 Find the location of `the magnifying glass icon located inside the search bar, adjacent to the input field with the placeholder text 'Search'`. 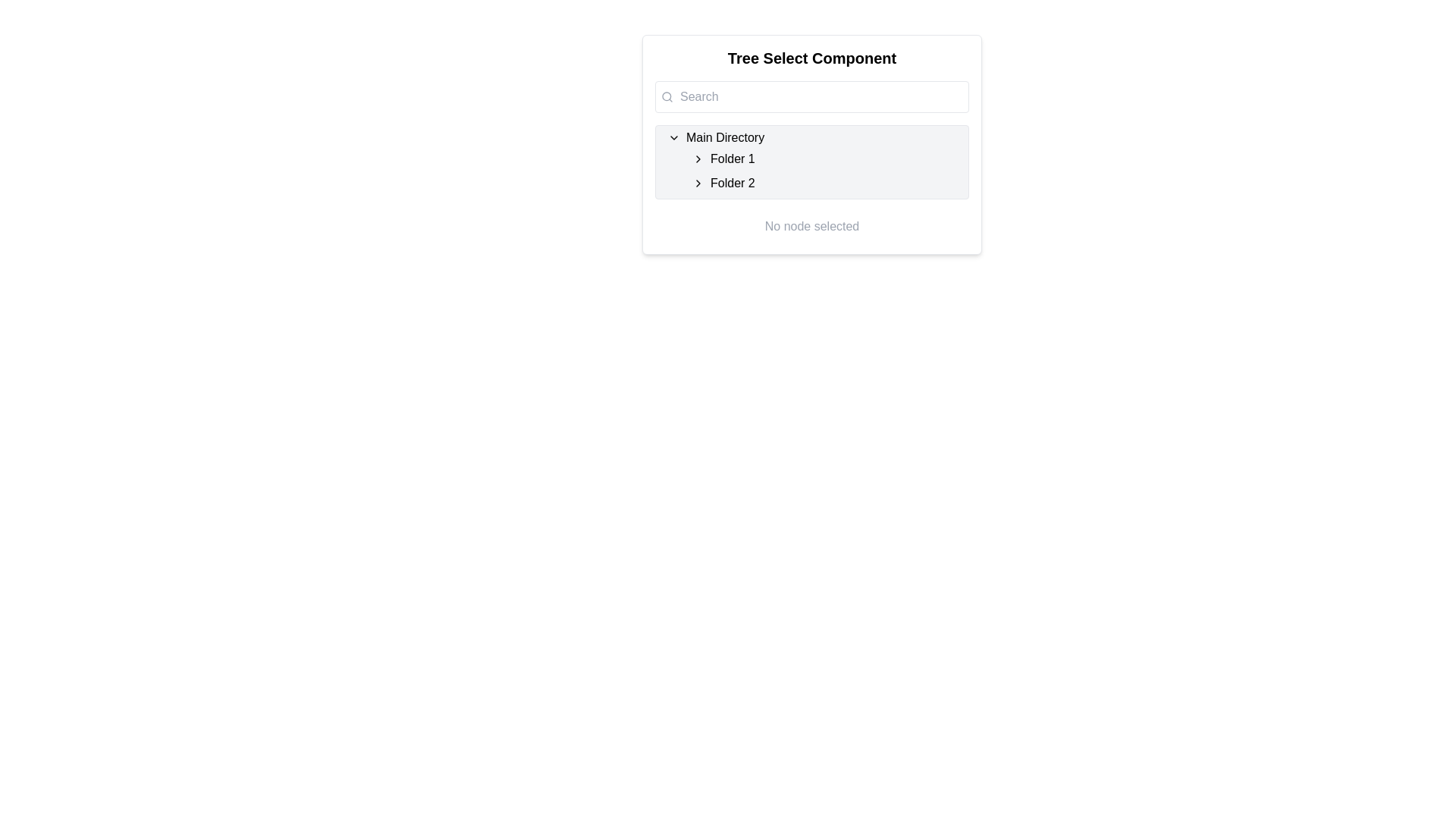

the magnifying glass icon located inside the search bar, adjacent to the input field with the placeholder text 'Search' is located at coordinates (667, 96).